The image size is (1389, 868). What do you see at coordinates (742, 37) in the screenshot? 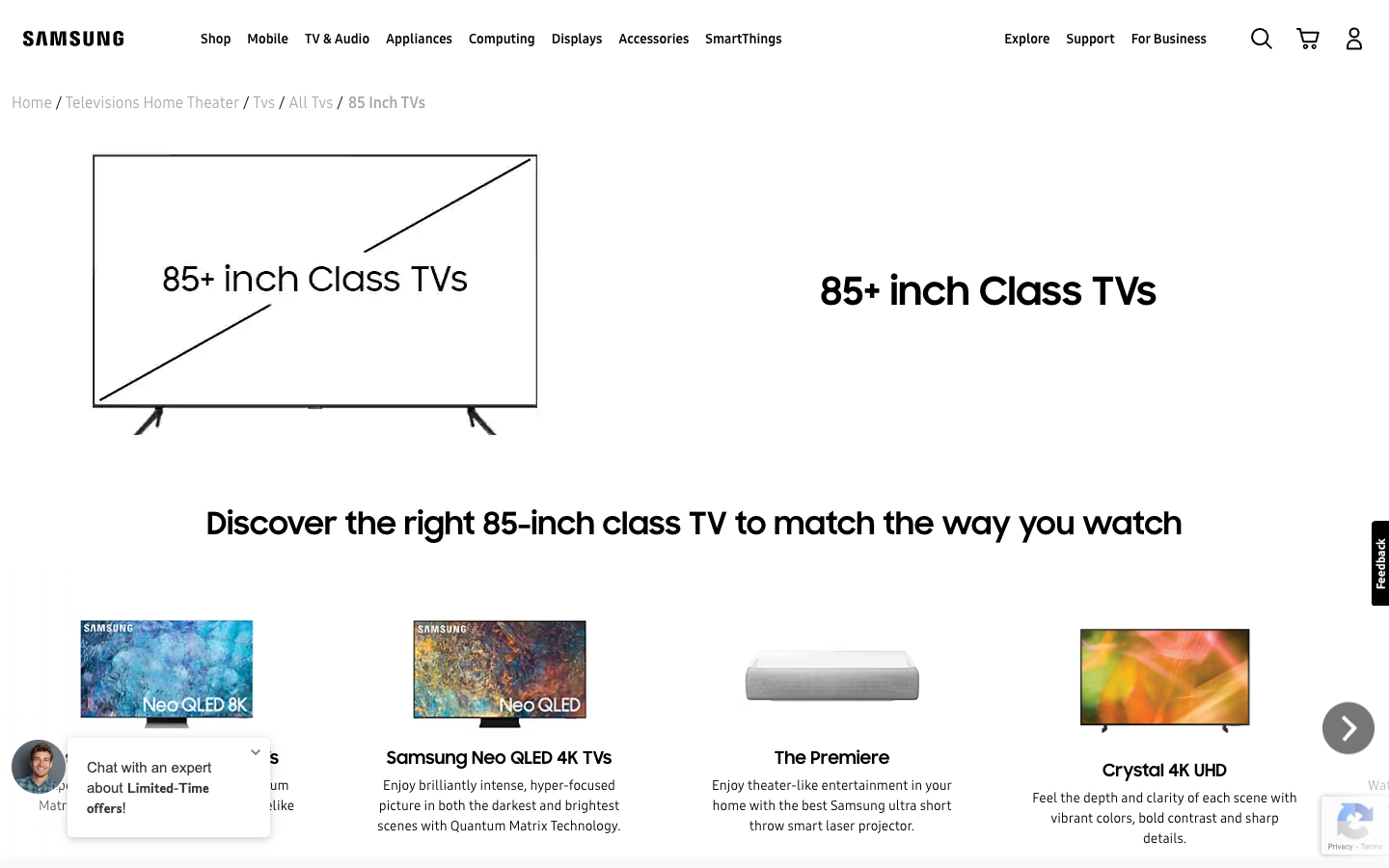
I see `and open the SmartThings menu from the header` at bounding box center [742, 37].